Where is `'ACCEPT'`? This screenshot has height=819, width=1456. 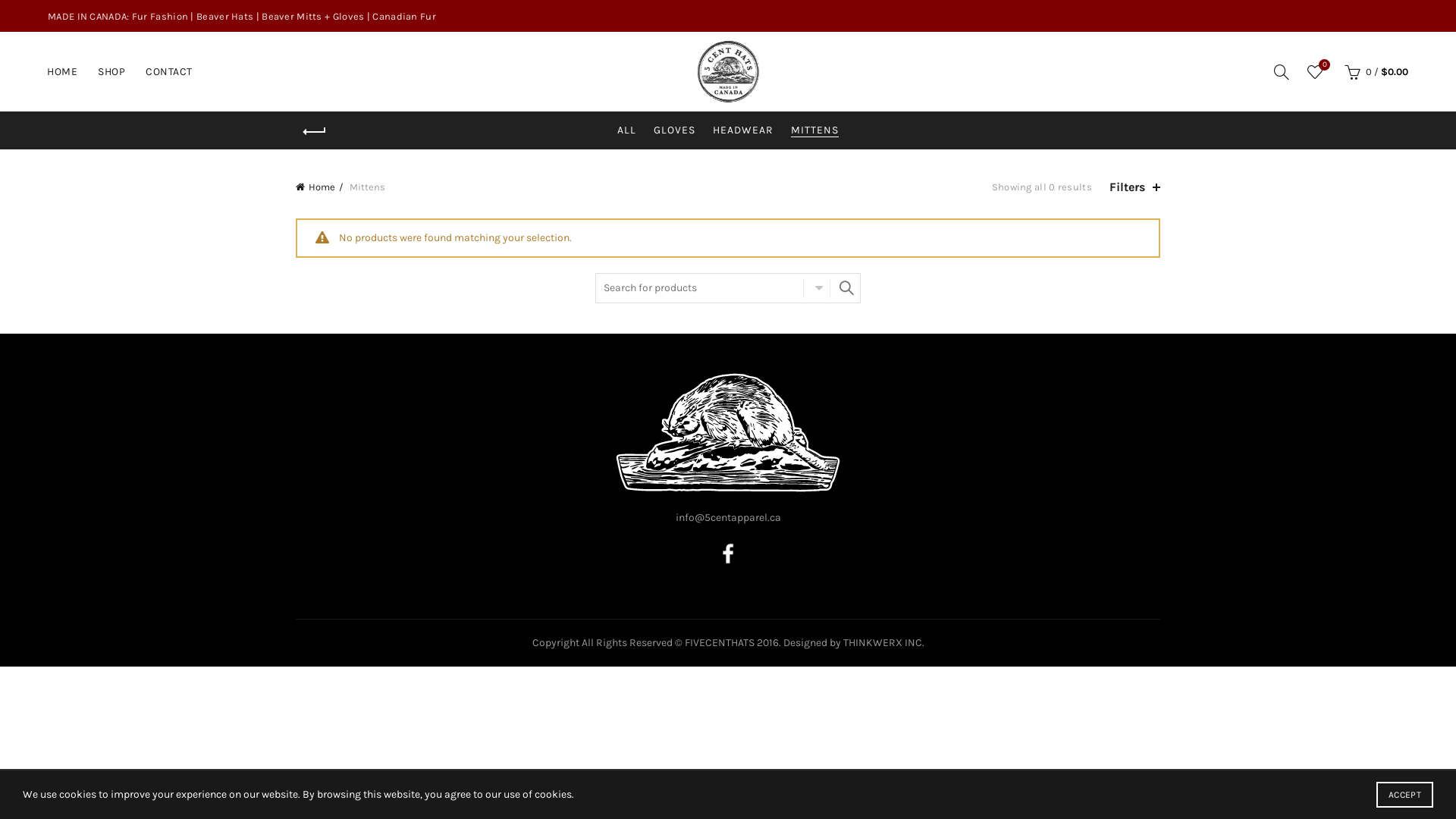
'ACCEPT' is located at coordinates (1376, 794).